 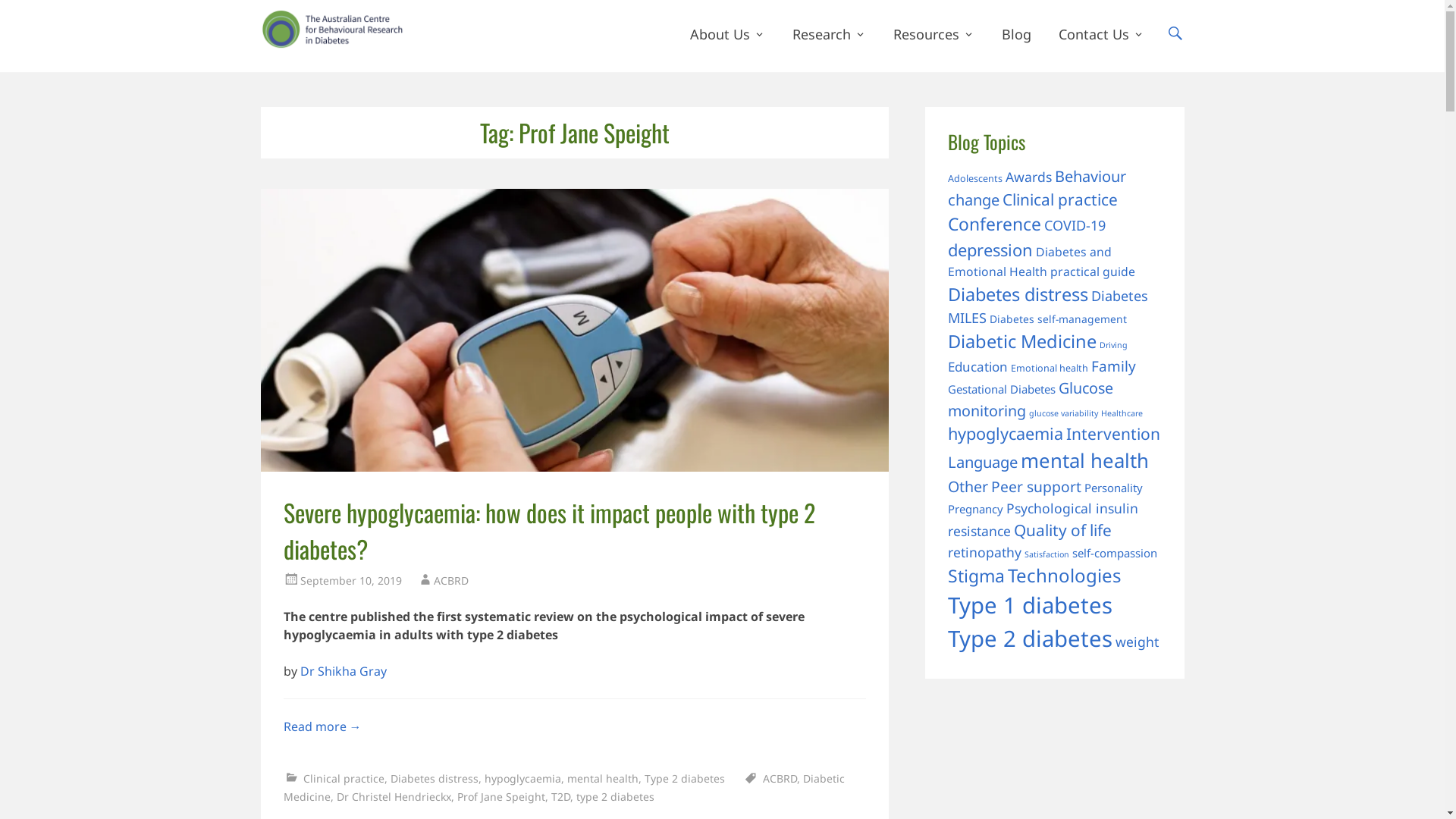 What do you see at coordinates (1015, 34) in the screenshot?
I see `'Blog'` at bounding box center [1015, 34].